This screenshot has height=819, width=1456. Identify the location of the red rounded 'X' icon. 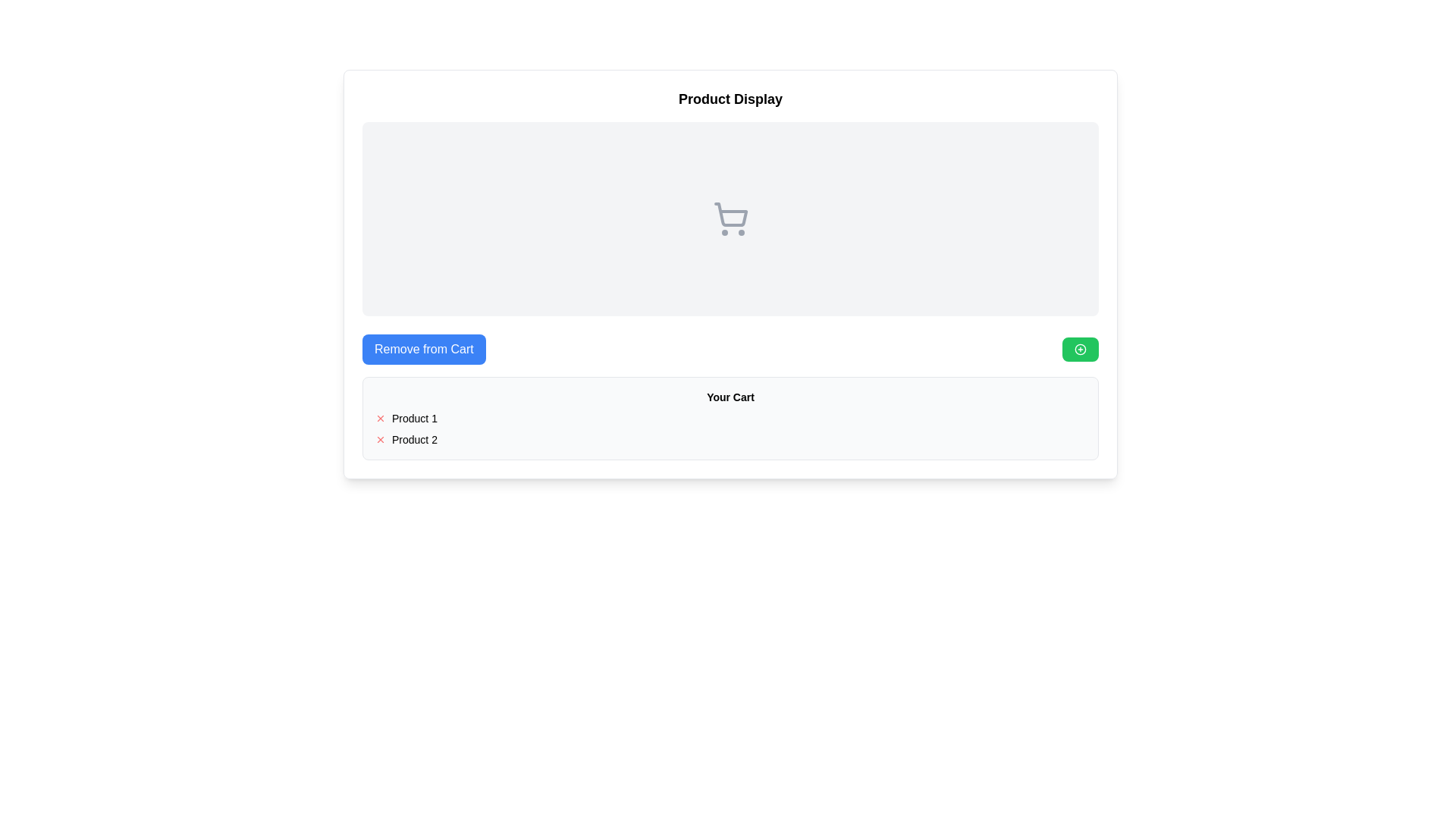
(381, 418).